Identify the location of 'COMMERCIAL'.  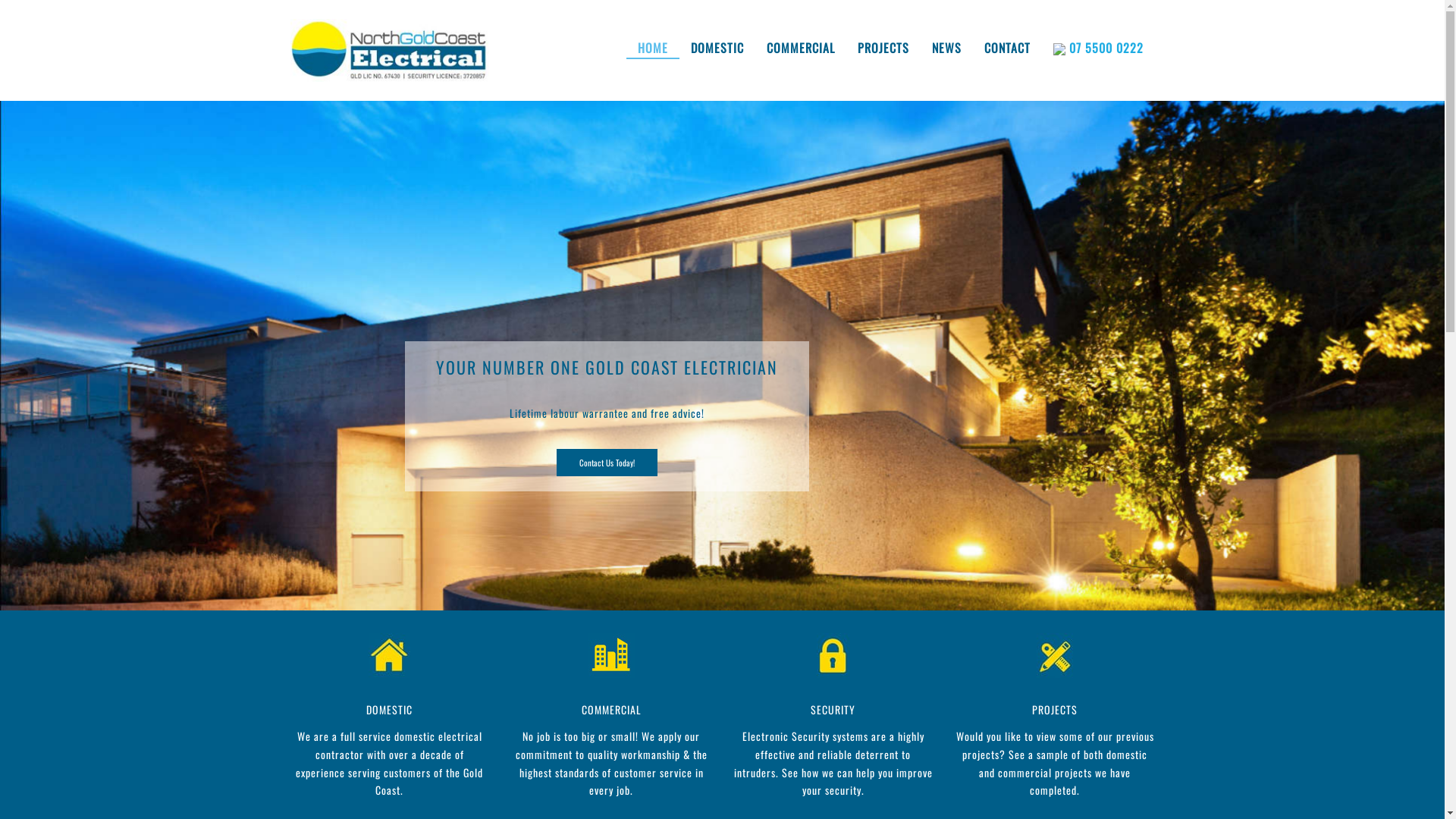
(611, 709).